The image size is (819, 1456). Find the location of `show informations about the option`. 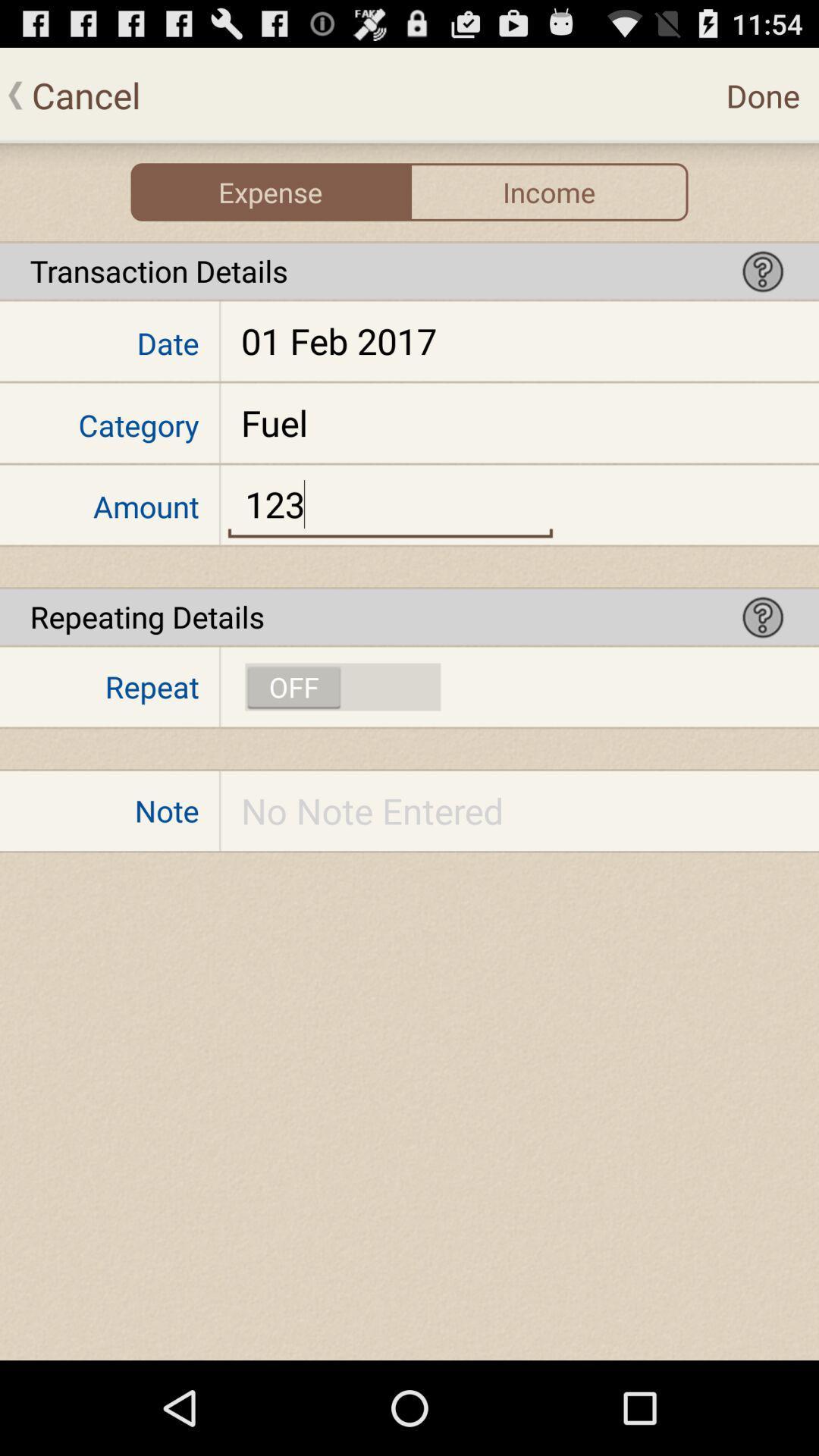

show informations about the option is located at coordinates (763, 271).